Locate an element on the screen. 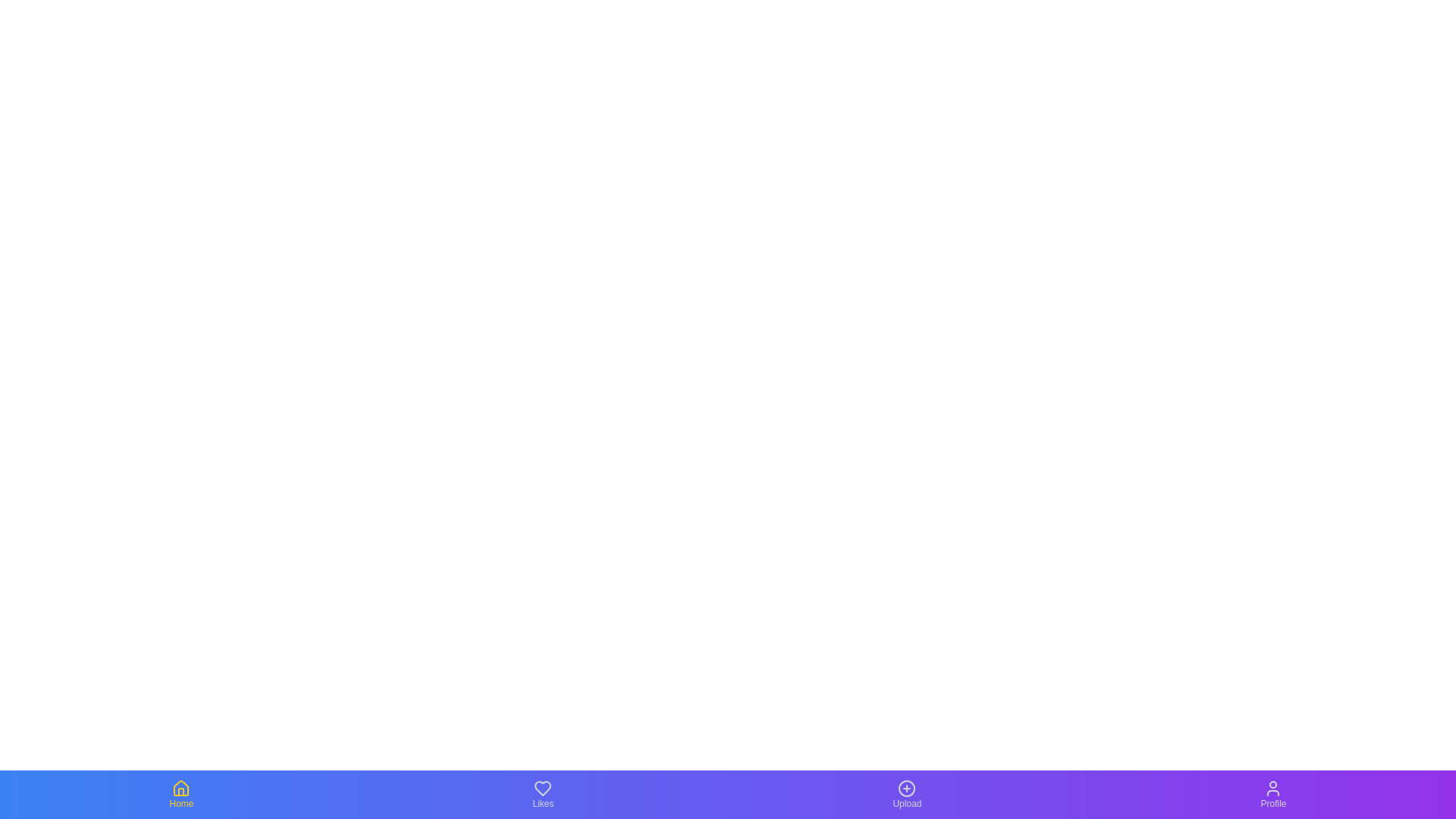 Image resolution: width=1456 pixels, height=819 pixels. the Home tab by clicking on it is located at coordinates (181, 794).